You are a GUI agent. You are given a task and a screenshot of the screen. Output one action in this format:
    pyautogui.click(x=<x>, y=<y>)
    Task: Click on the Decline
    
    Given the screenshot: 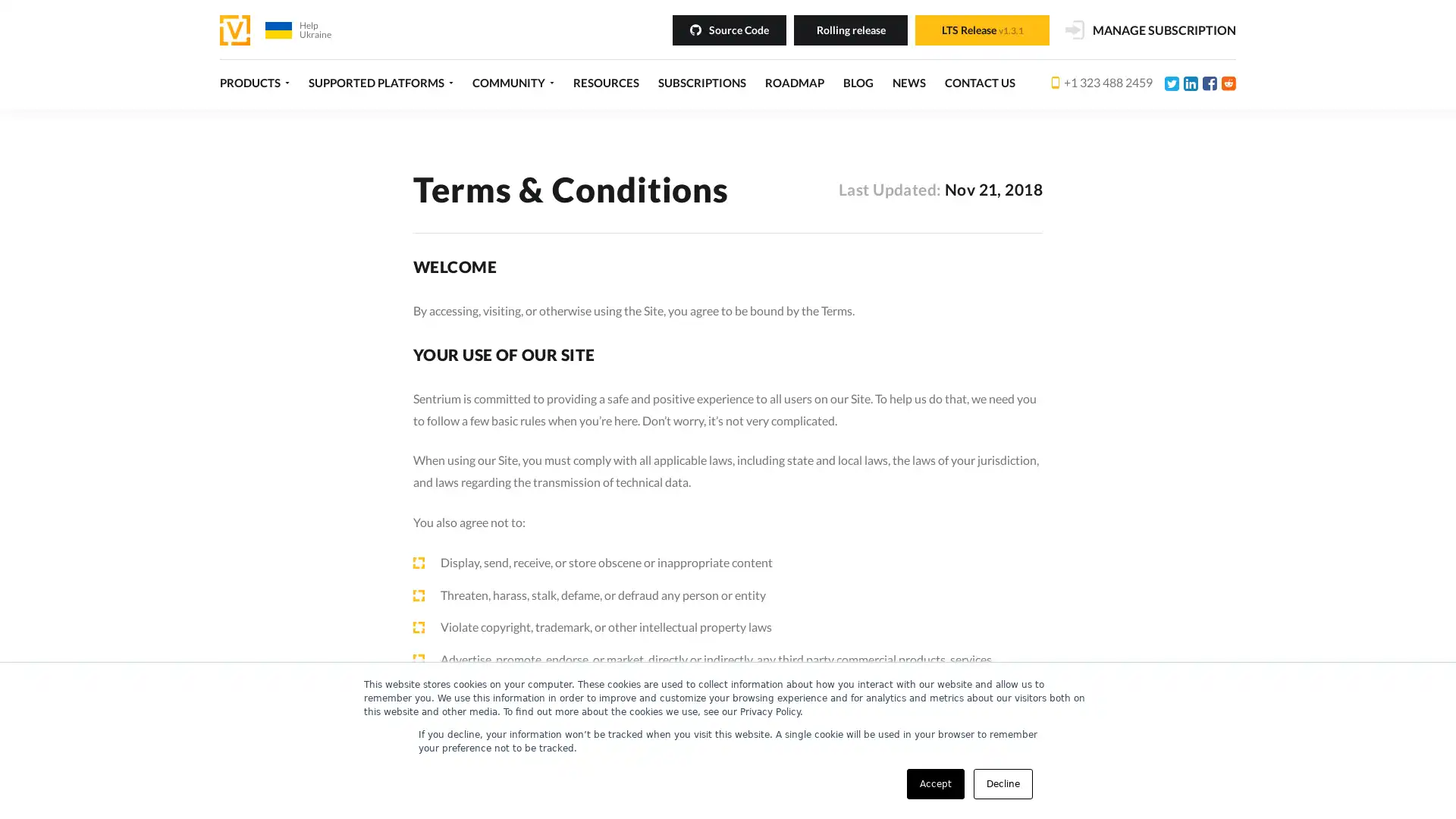 What is the action you would take?
    pyautogui.click(x=1003, y=783)
    